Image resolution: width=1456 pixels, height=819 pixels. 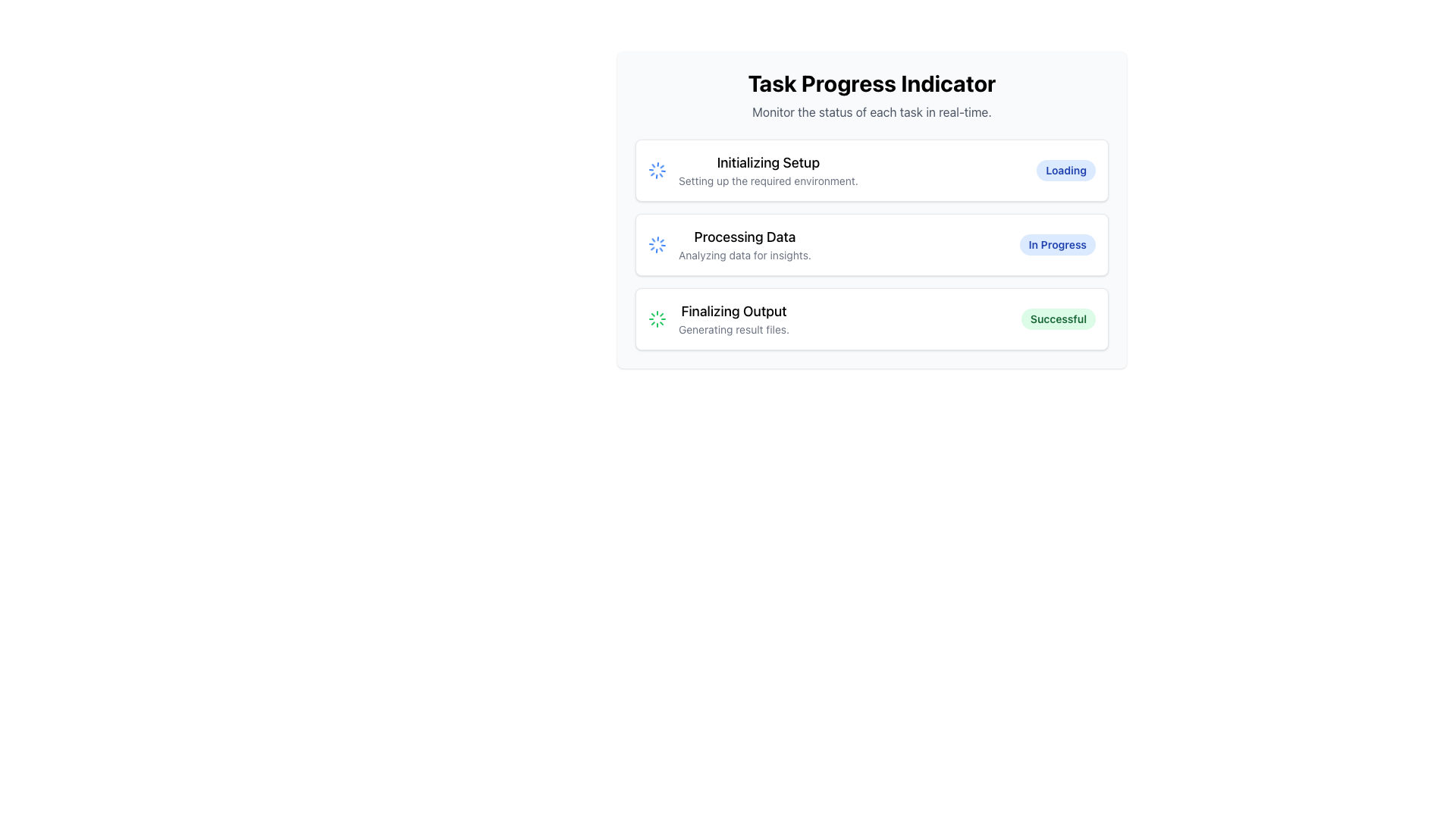 What do you see at coordinates (734, 311) in the screenshot?
I see `the descriptive header text label for the task status located above 'Generating result files' in the third section of the task statuses` at bounding box center [734, 311].